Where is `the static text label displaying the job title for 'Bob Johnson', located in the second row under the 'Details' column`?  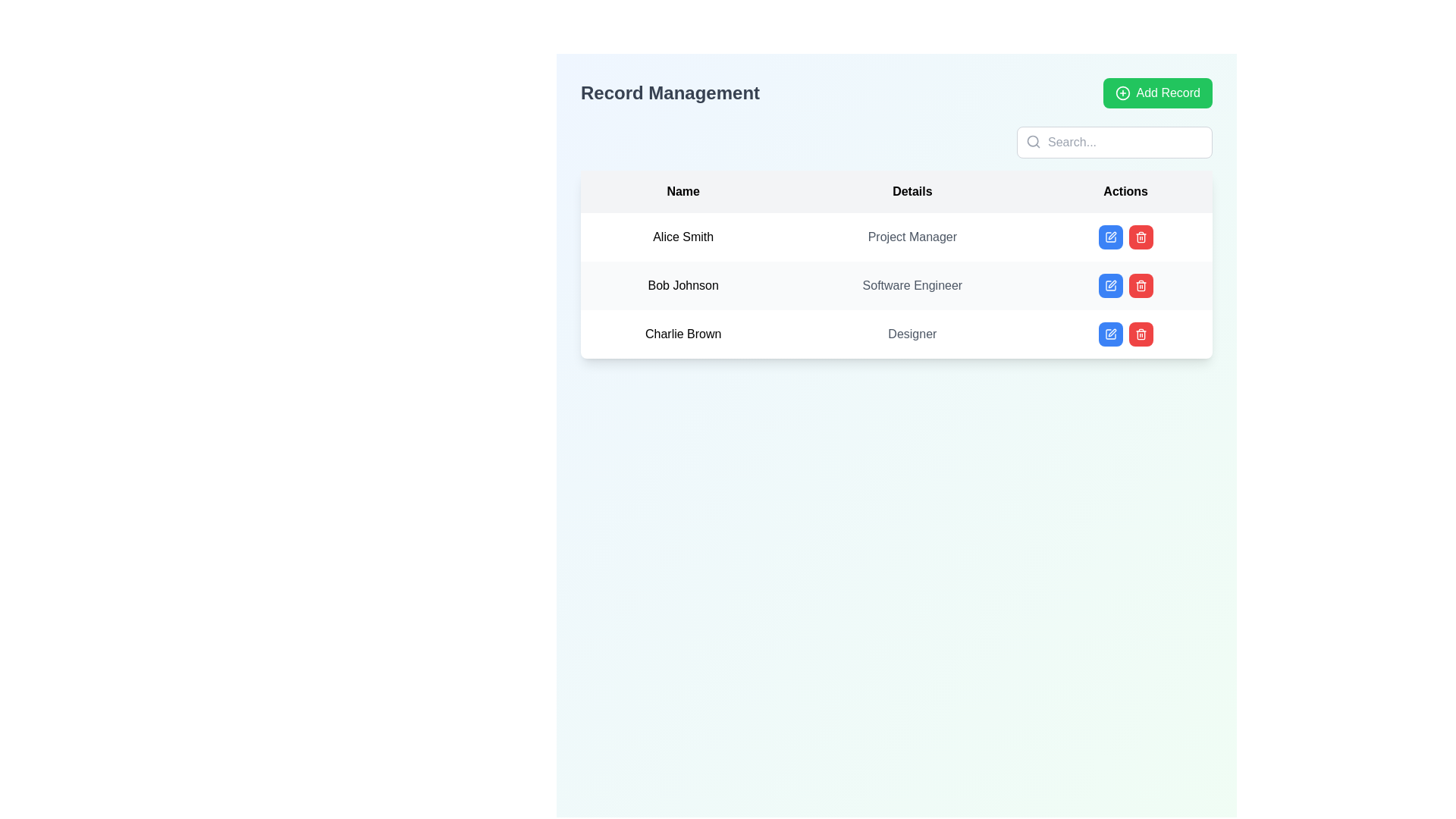 the static text label displaying the job title for 'Bob Johnson', located in the second row under the 'Details' column is located at coordinates (912, 286).